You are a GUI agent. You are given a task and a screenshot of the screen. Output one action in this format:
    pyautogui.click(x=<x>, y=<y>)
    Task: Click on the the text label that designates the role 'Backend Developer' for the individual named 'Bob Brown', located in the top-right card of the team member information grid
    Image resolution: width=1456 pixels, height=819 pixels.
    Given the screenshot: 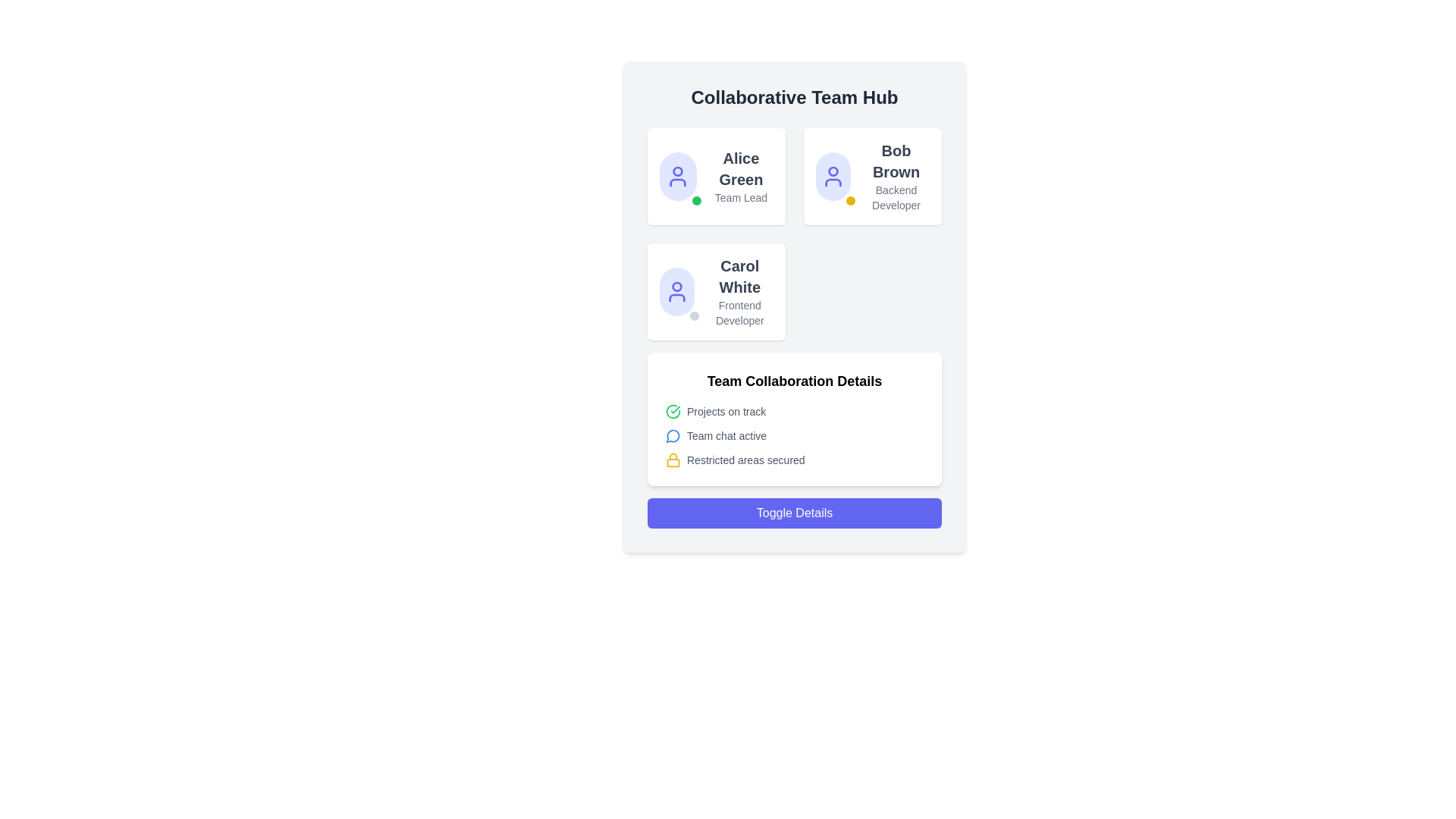 What is the action you would take?
    pyautogui.click(x=896, y=197)
    